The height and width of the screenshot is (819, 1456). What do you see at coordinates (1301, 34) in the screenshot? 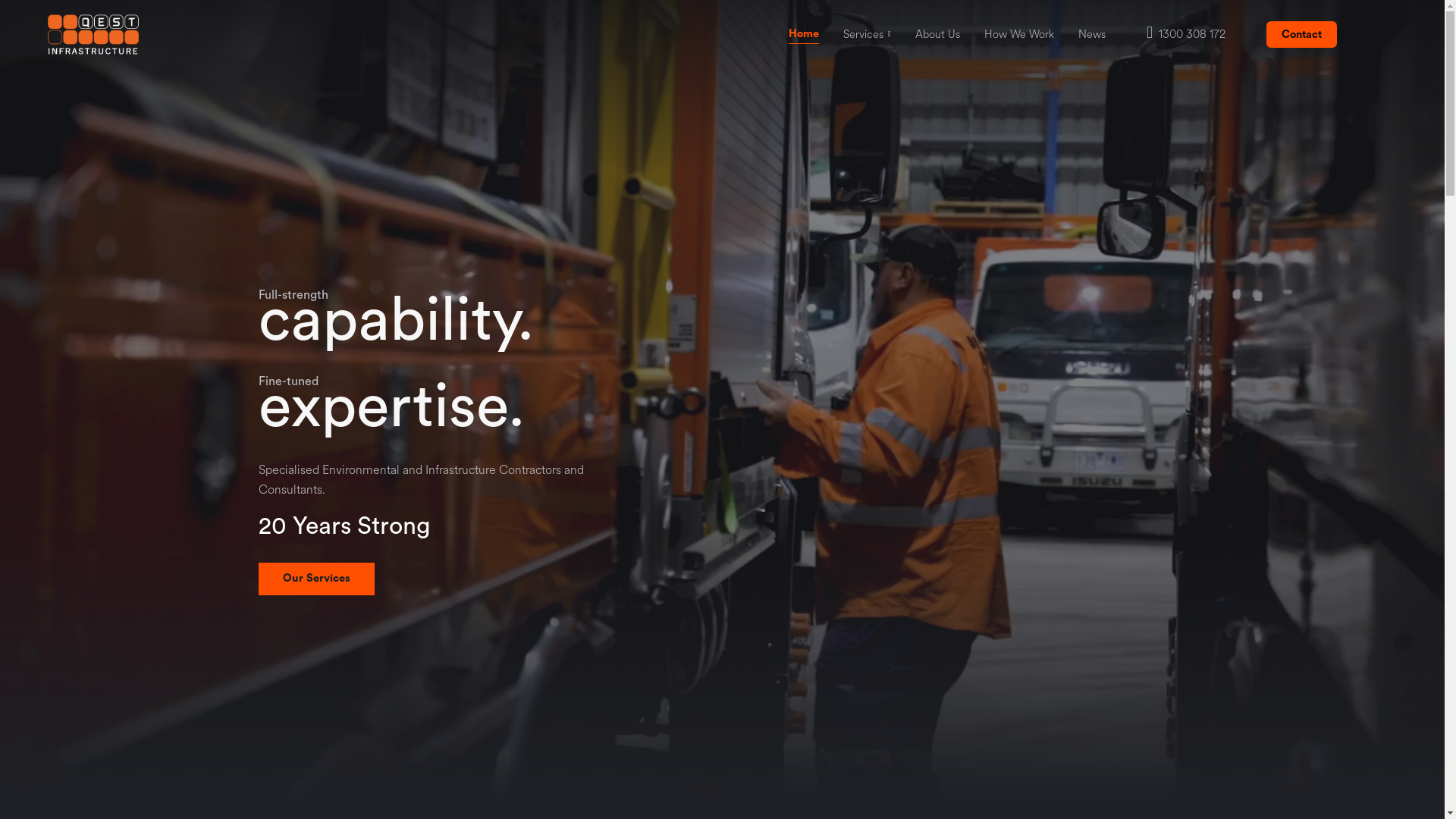
I see `'Contact'` at bounding box center [1301, 34].